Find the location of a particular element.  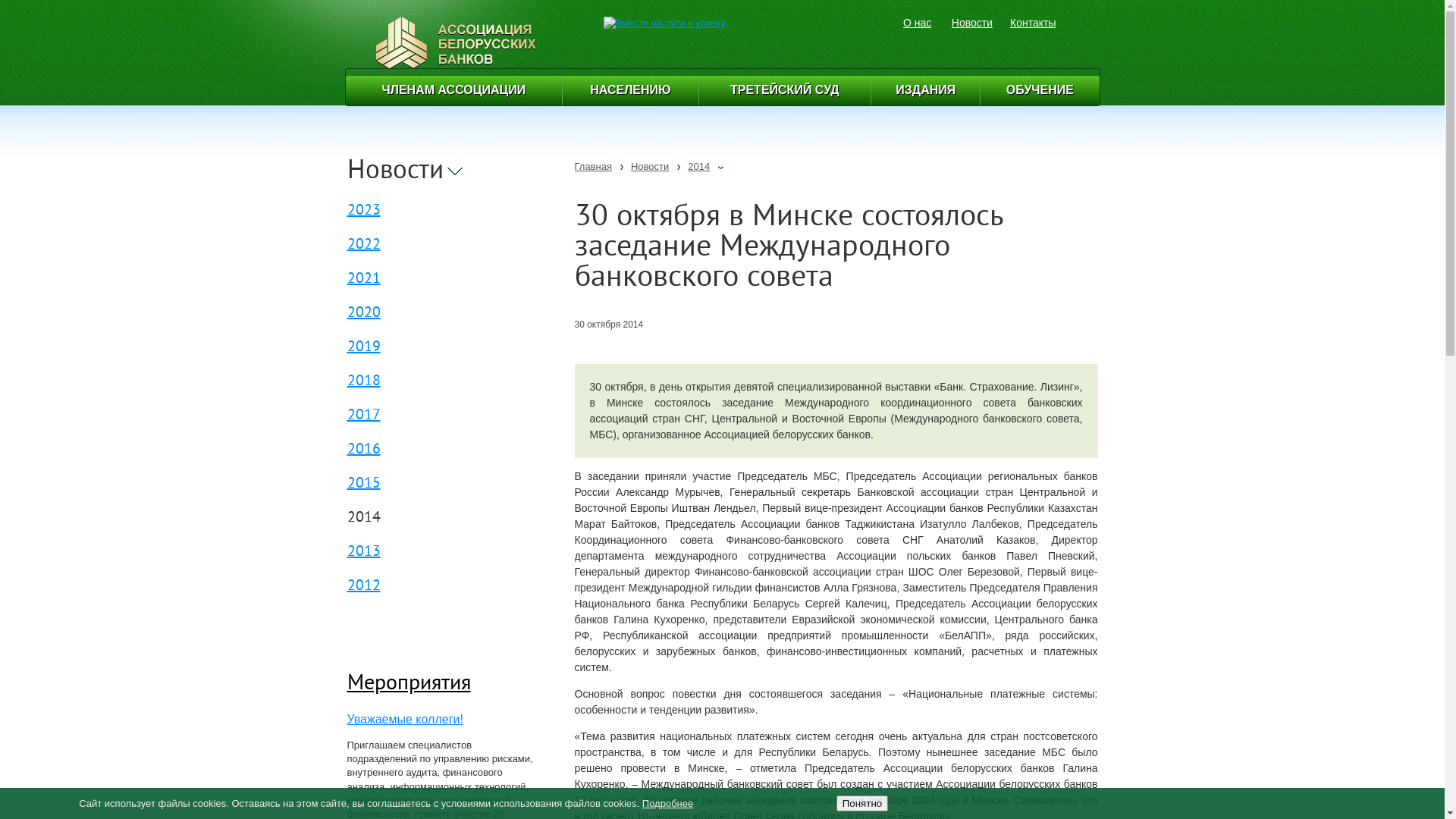

'2023' is located at coordinates (364, 211).